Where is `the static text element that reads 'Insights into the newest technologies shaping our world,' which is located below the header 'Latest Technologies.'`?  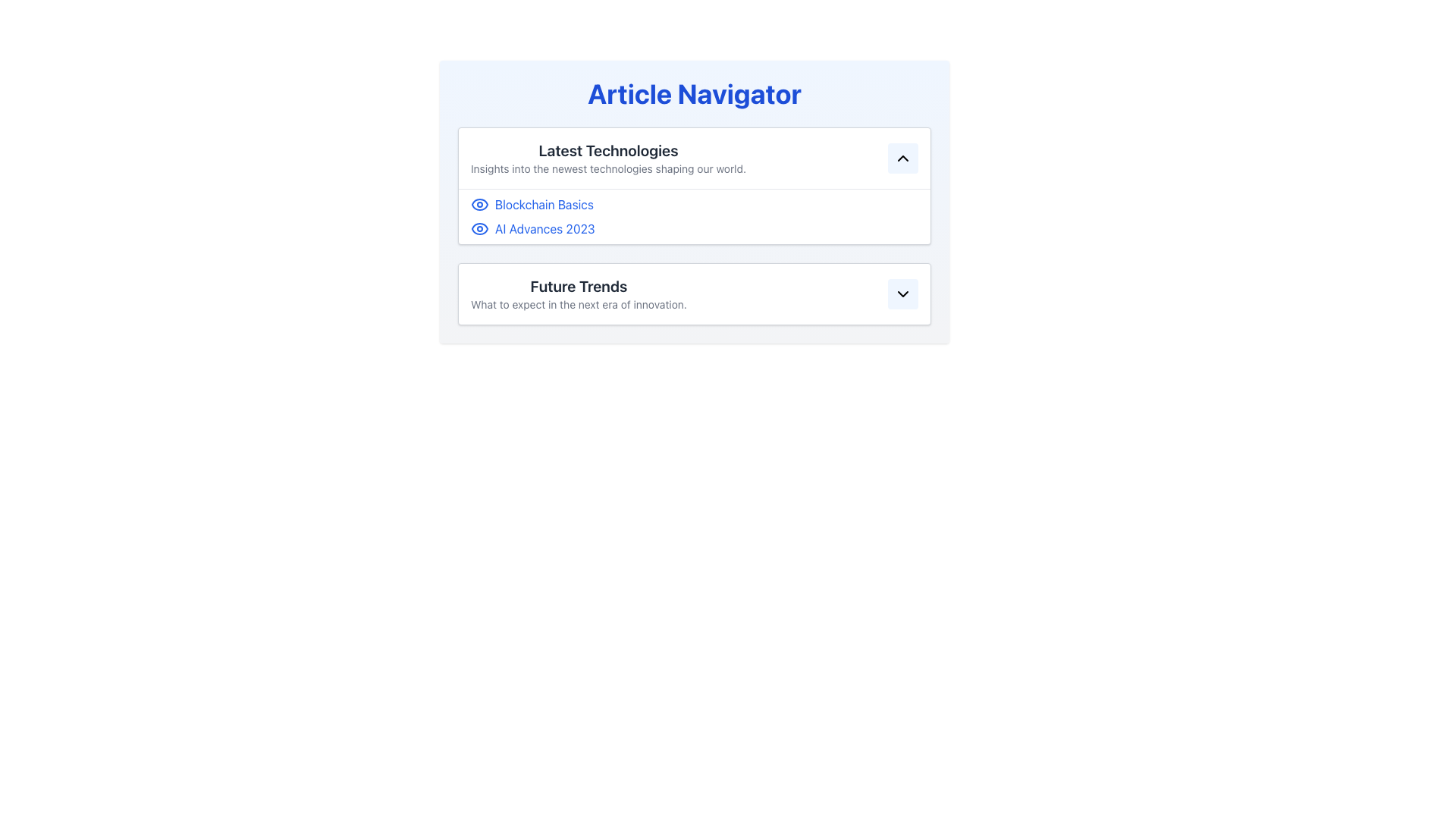 the static text element that reads 'Insights into the newest technologies shaping our world,' which is located below the header 'Latest Technologies.' is located at coordinates (608, 169).